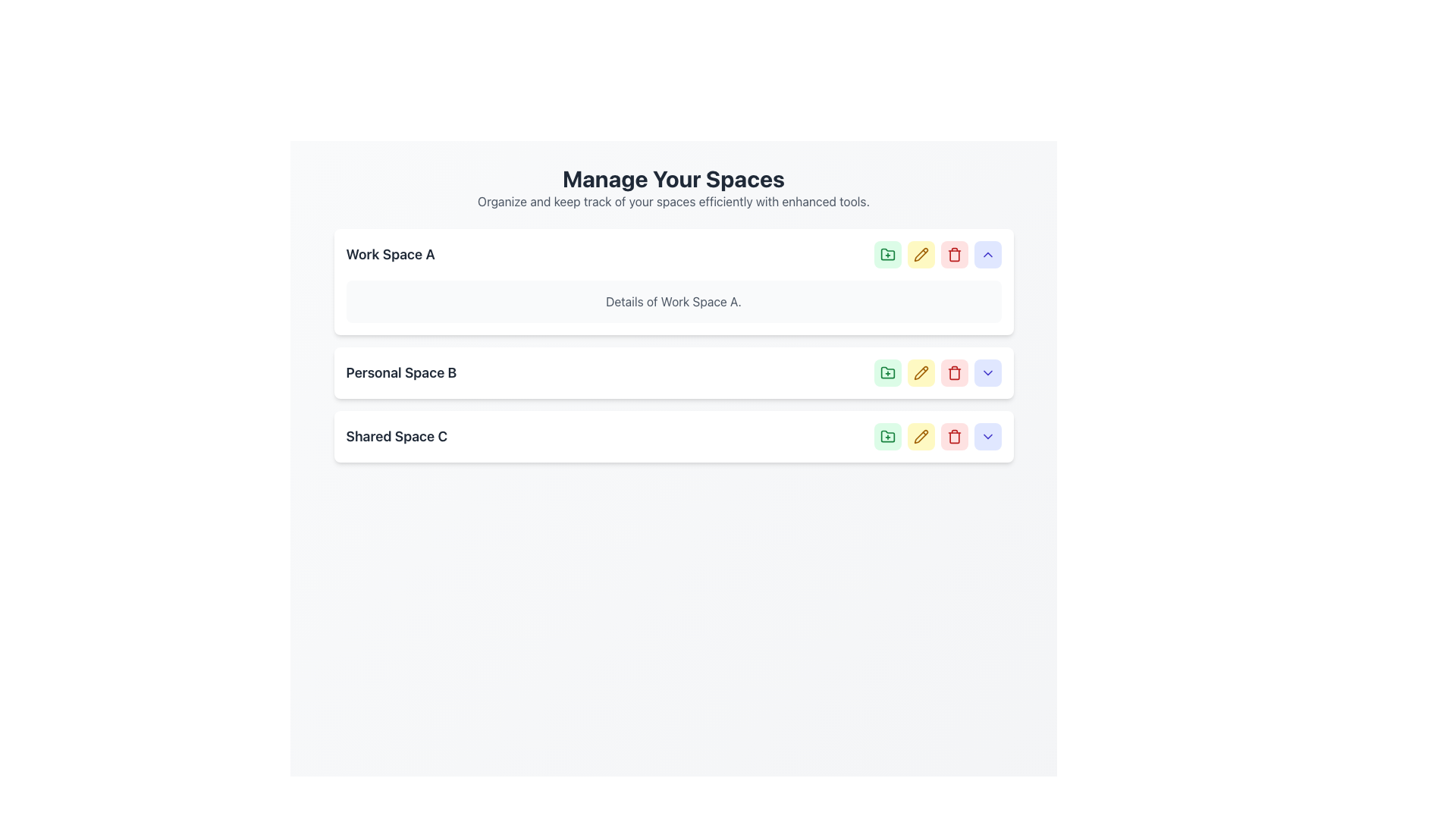 This screenshot has height=819, width=1456. I want to click on the delete button located on the rightmost side of the button group for 'Work Space A', so click(953, 253).